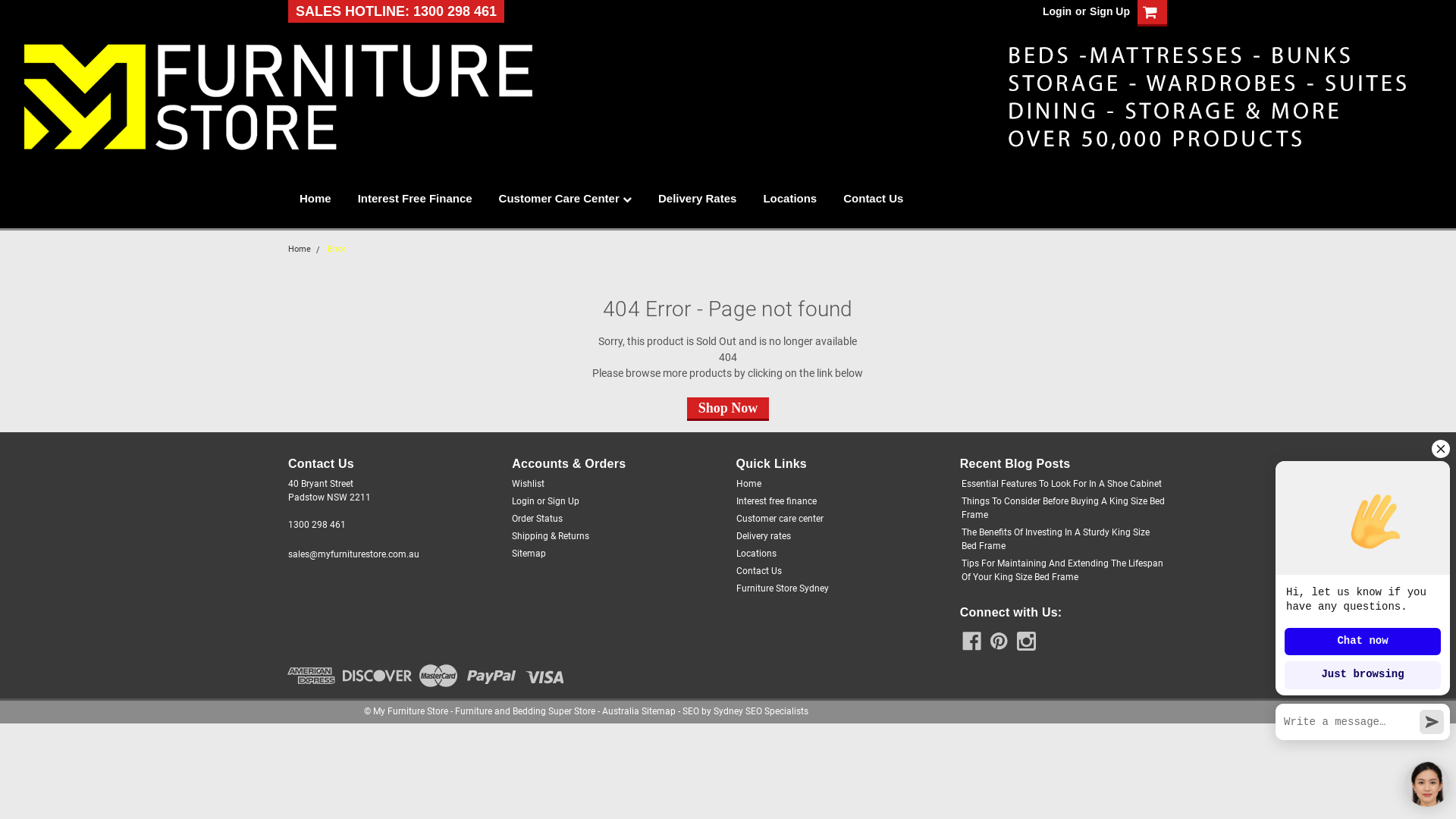 This screenshot has width=1456, height=819. What do you see at coordinates (728, 406) in the screenshot?
I see `'Shop Now'` at bounding box center [728, 406].